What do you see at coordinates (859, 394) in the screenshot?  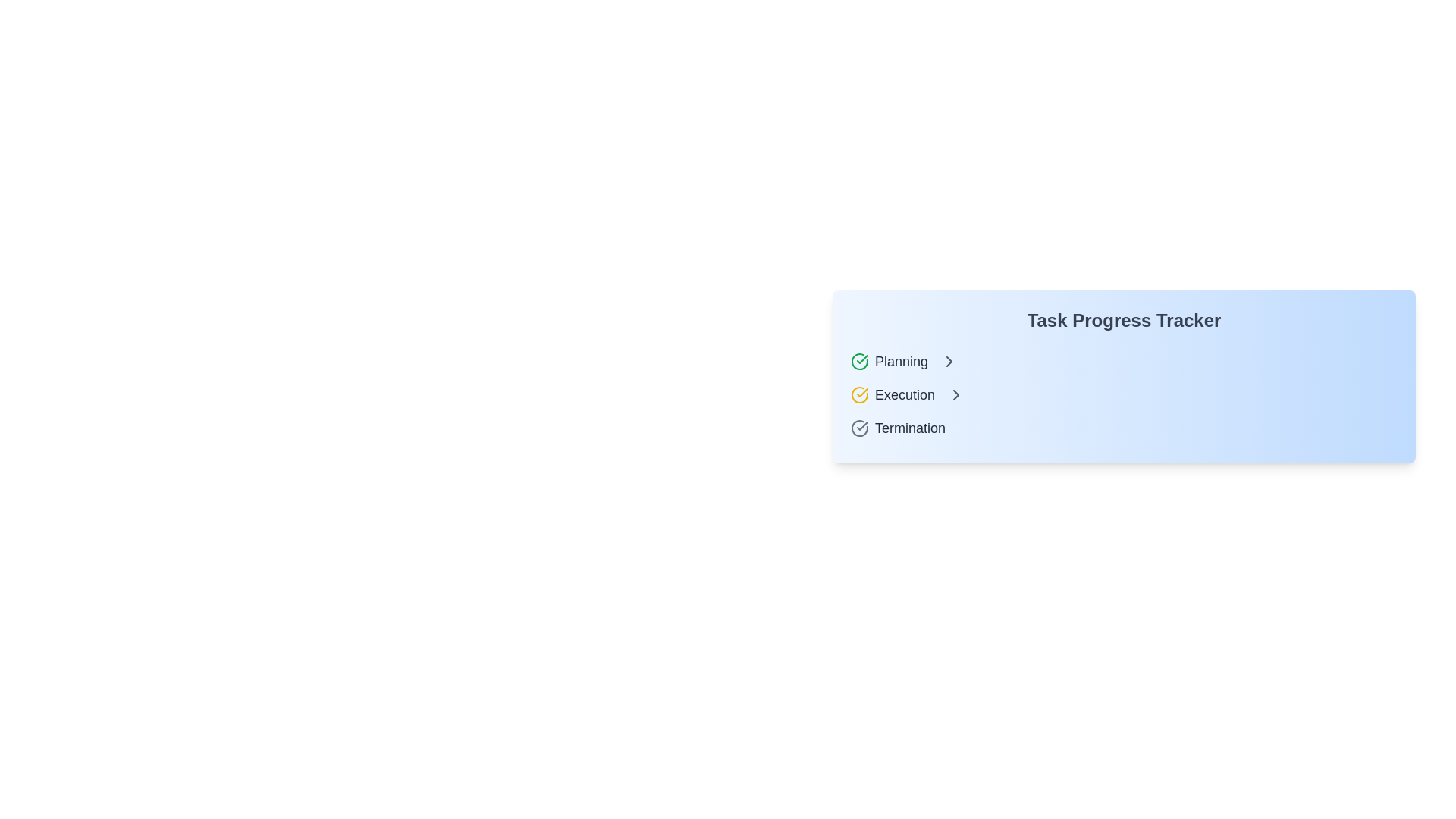 I see `the visual styling of the leftmost icon next to the 'Execution' label in the task tracker, which indicates the status of the 'Execution' task` at bounding box center [859, 394].